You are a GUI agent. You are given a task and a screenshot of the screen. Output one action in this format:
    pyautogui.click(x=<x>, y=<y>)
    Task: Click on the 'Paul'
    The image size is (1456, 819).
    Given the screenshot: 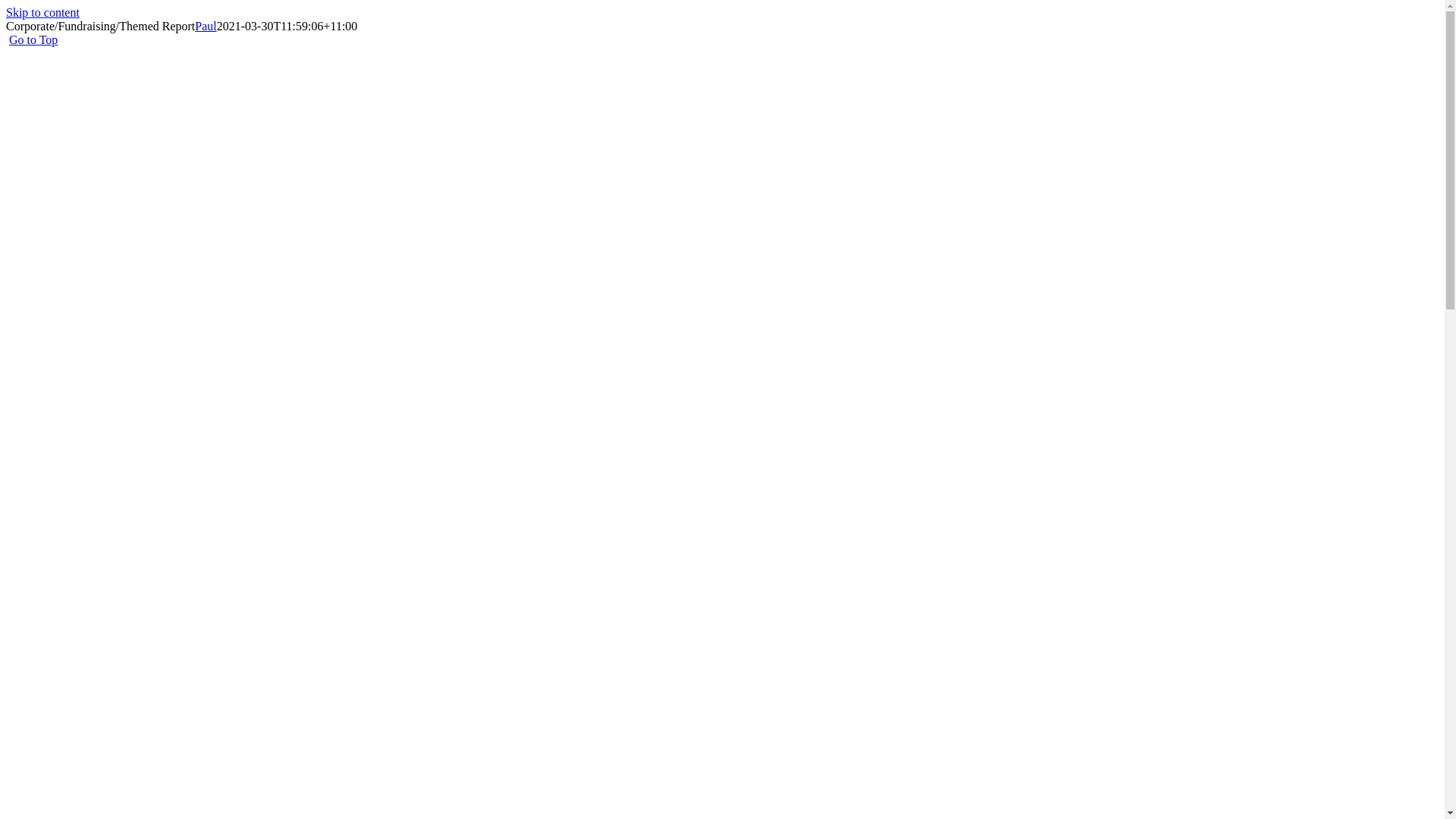 What is the action you would take?
    pyautogui.click(x=194, y=26)
    